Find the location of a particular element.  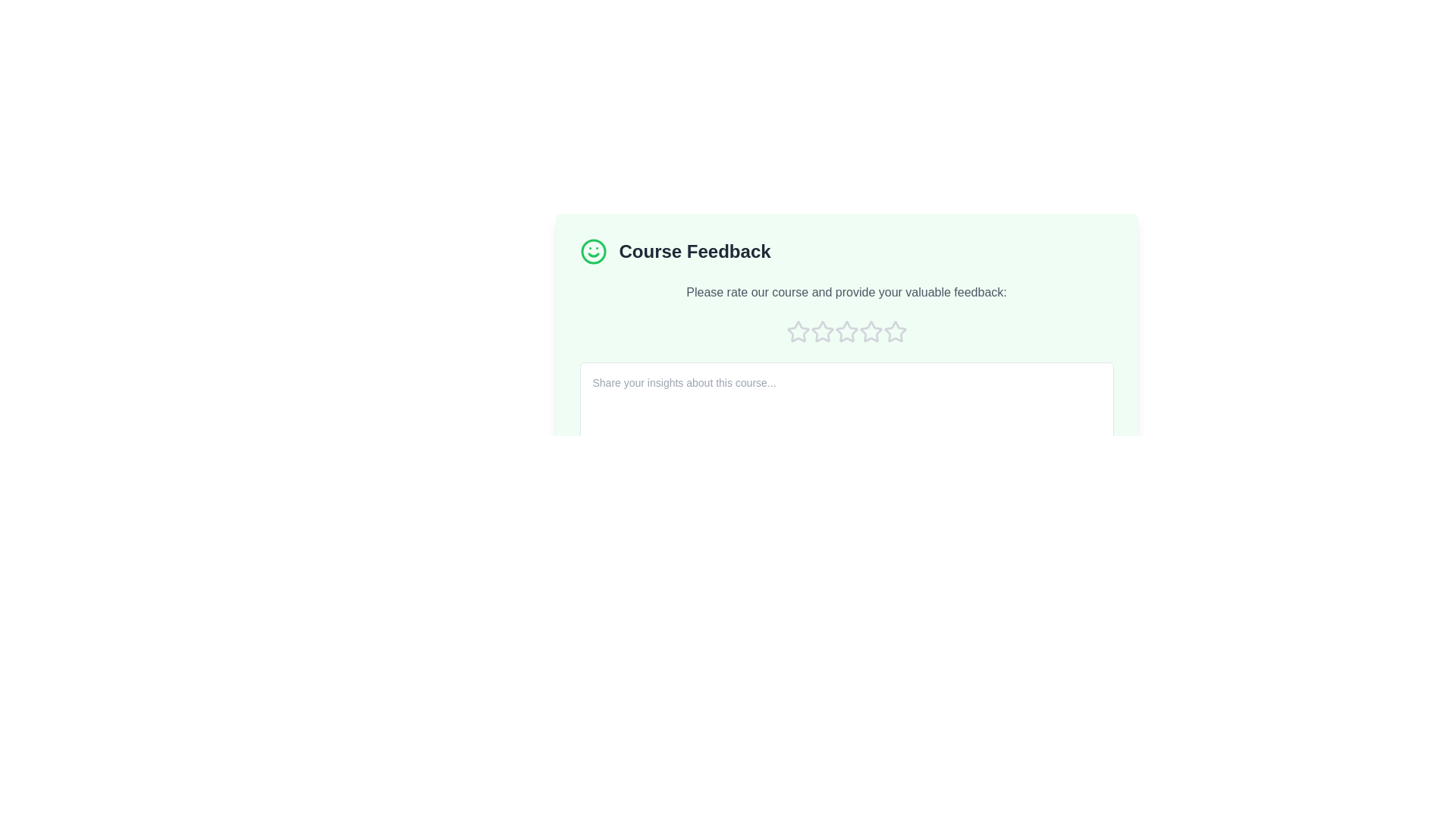

the fifth star icon in the middle section of the feedback module is located at coordinates (895, 331).